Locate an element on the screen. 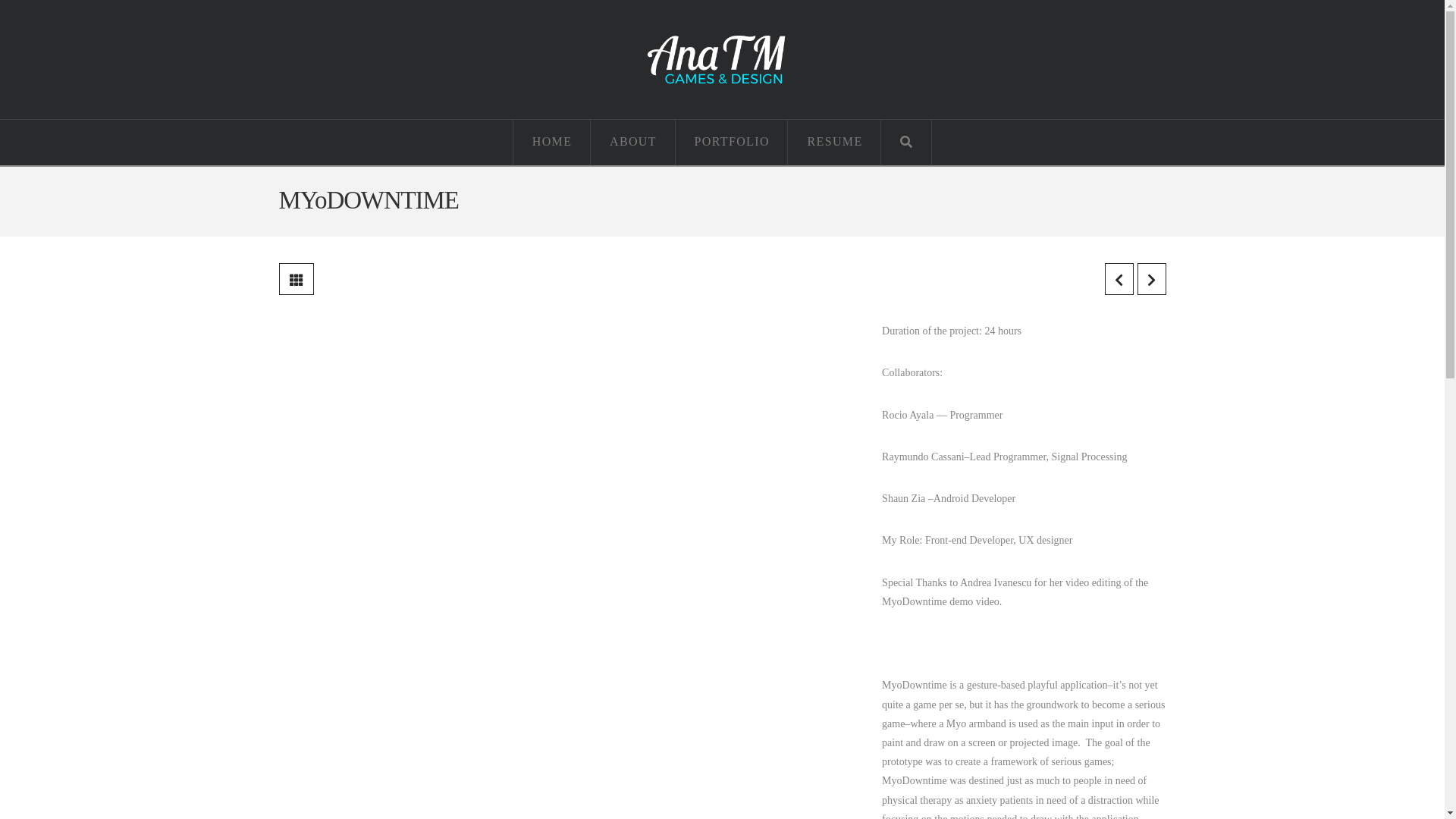  'HOME' is located at coordinates (513, 143).